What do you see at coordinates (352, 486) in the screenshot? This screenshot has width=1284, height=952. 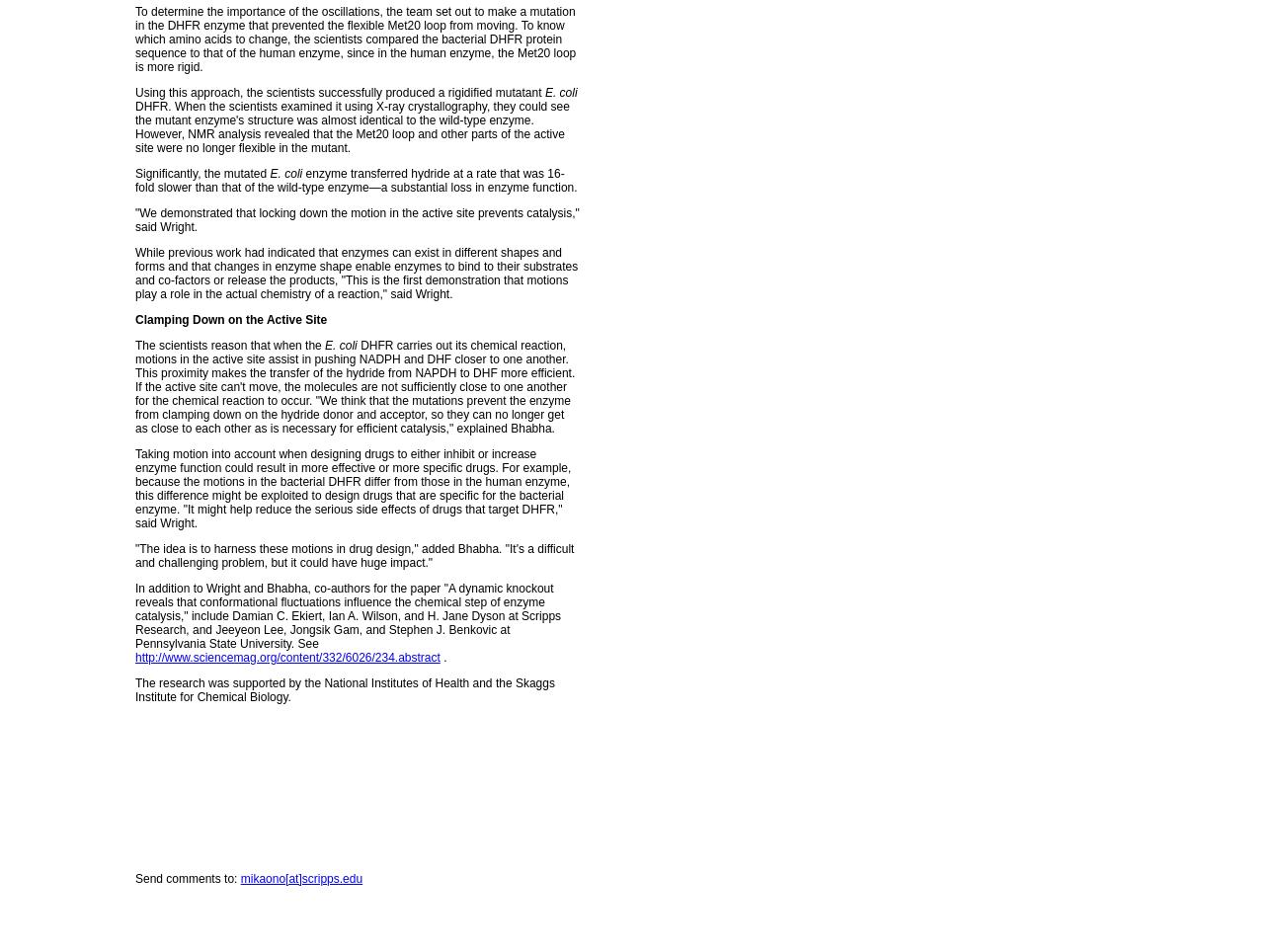 I see `'Taking motion into account when designing drugs to either inhibit or increase enzyme function could result in more effective or more specific drugs. For example, because the motions in the bacterial DHFR differ from those in the human enzyme, this difference might be exploited to design drugs that are specific for the bacterial enzyme. "It might help reduce the serious side effects of drugs that target DHFR," said Wright.'` at bounding box center [352, 486].